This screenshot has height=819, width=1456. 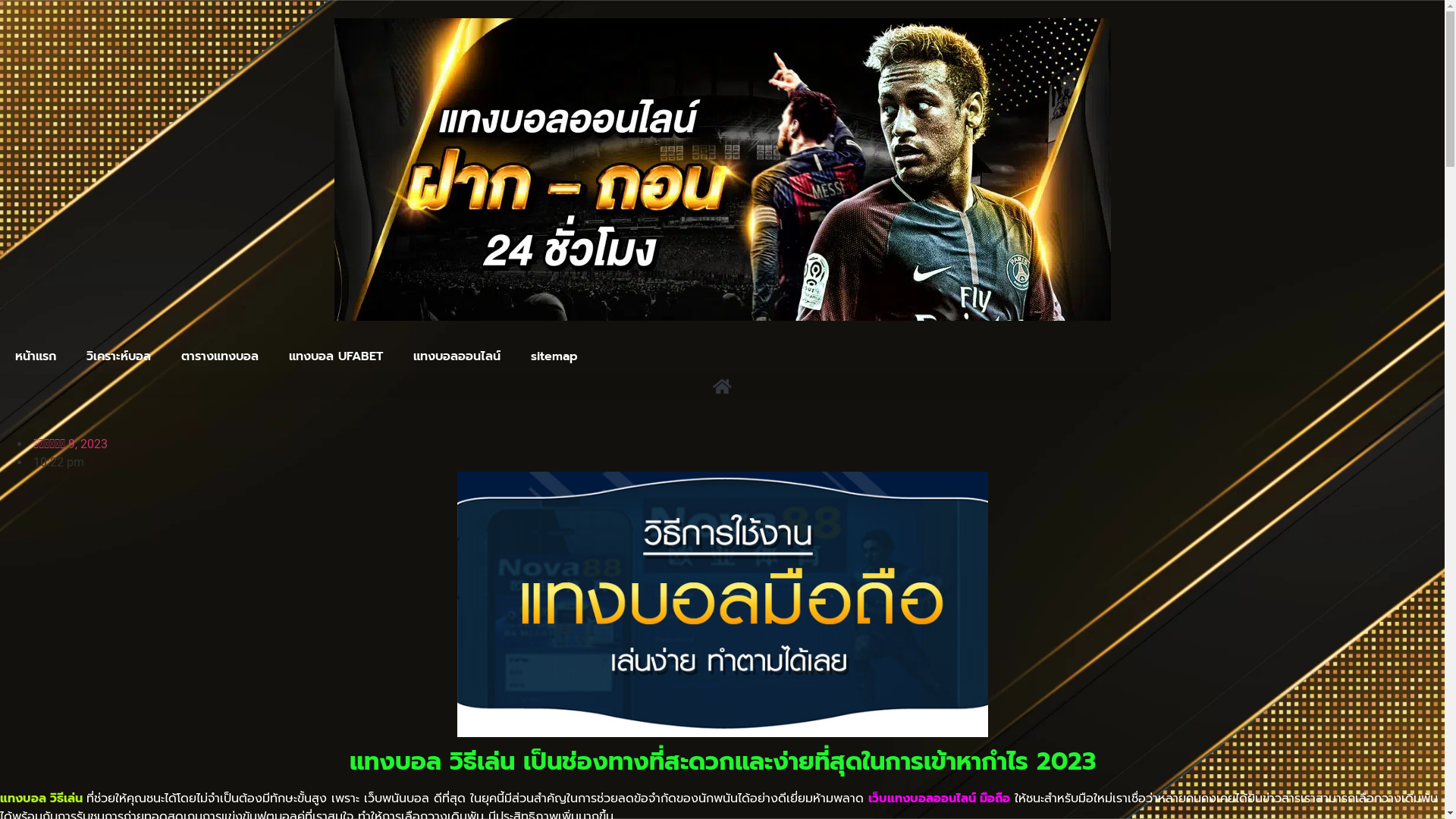 I want to click on 'sitemap', so click(x=553, y=356).